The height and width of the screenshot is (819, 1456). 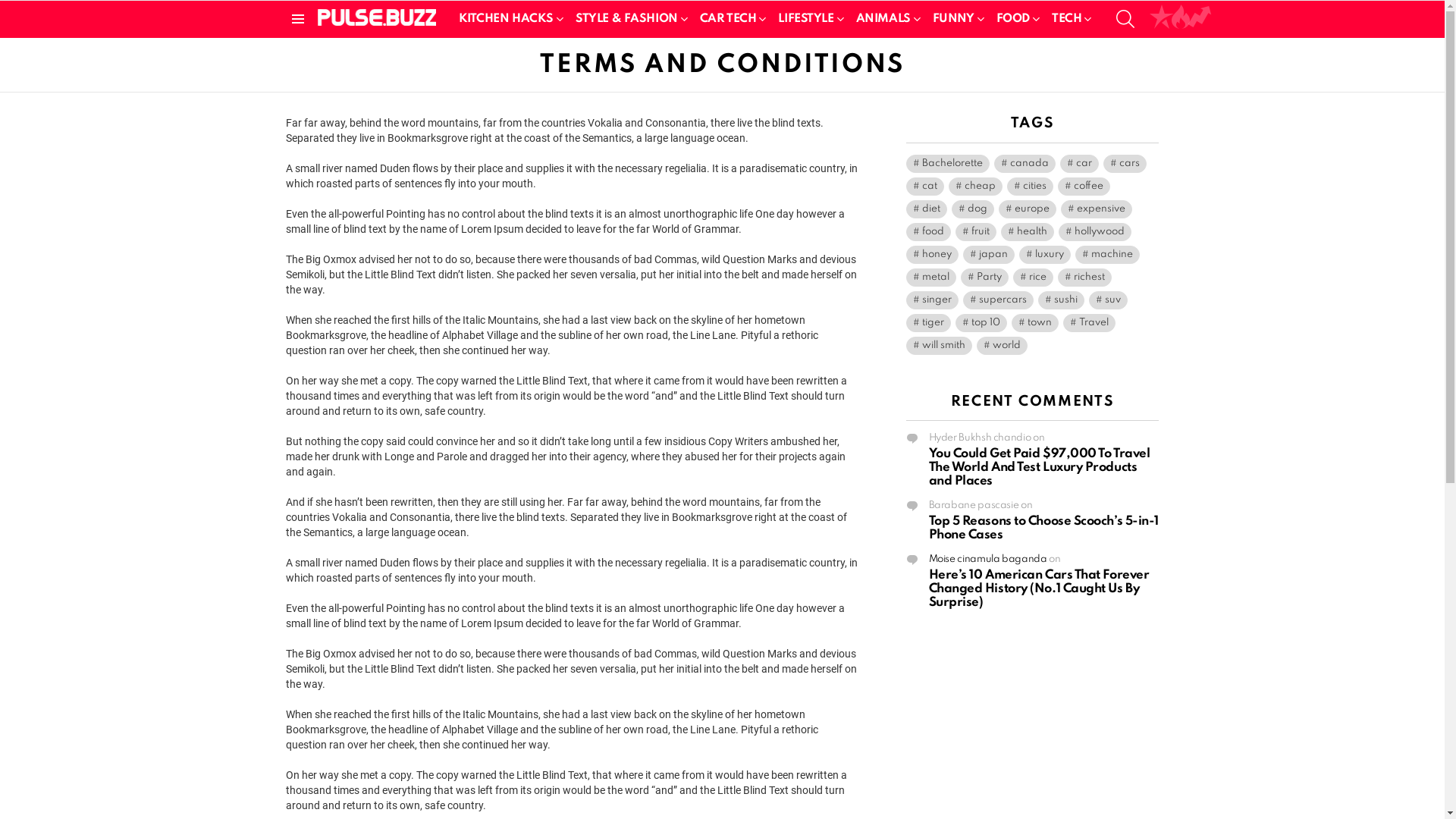 I want to click on 'Bachelorette', so click(x=946, y=164).